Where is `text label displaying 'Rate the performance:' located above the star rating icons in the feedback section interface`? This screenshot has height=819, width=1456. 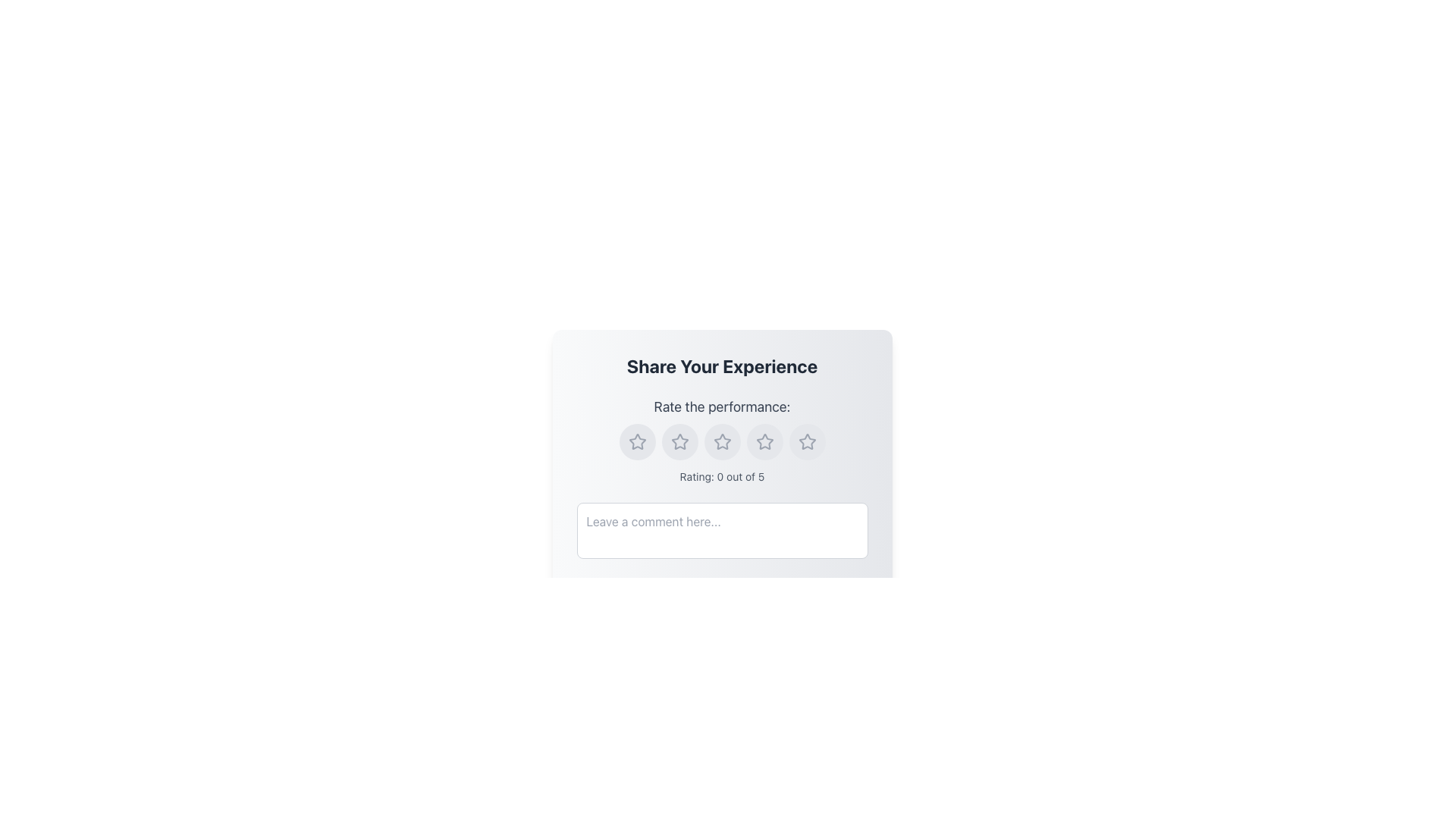 text label displaying 'Rate the performance:' located above the star rating icons in the feedback section interface is located at coordinates (721, 406).